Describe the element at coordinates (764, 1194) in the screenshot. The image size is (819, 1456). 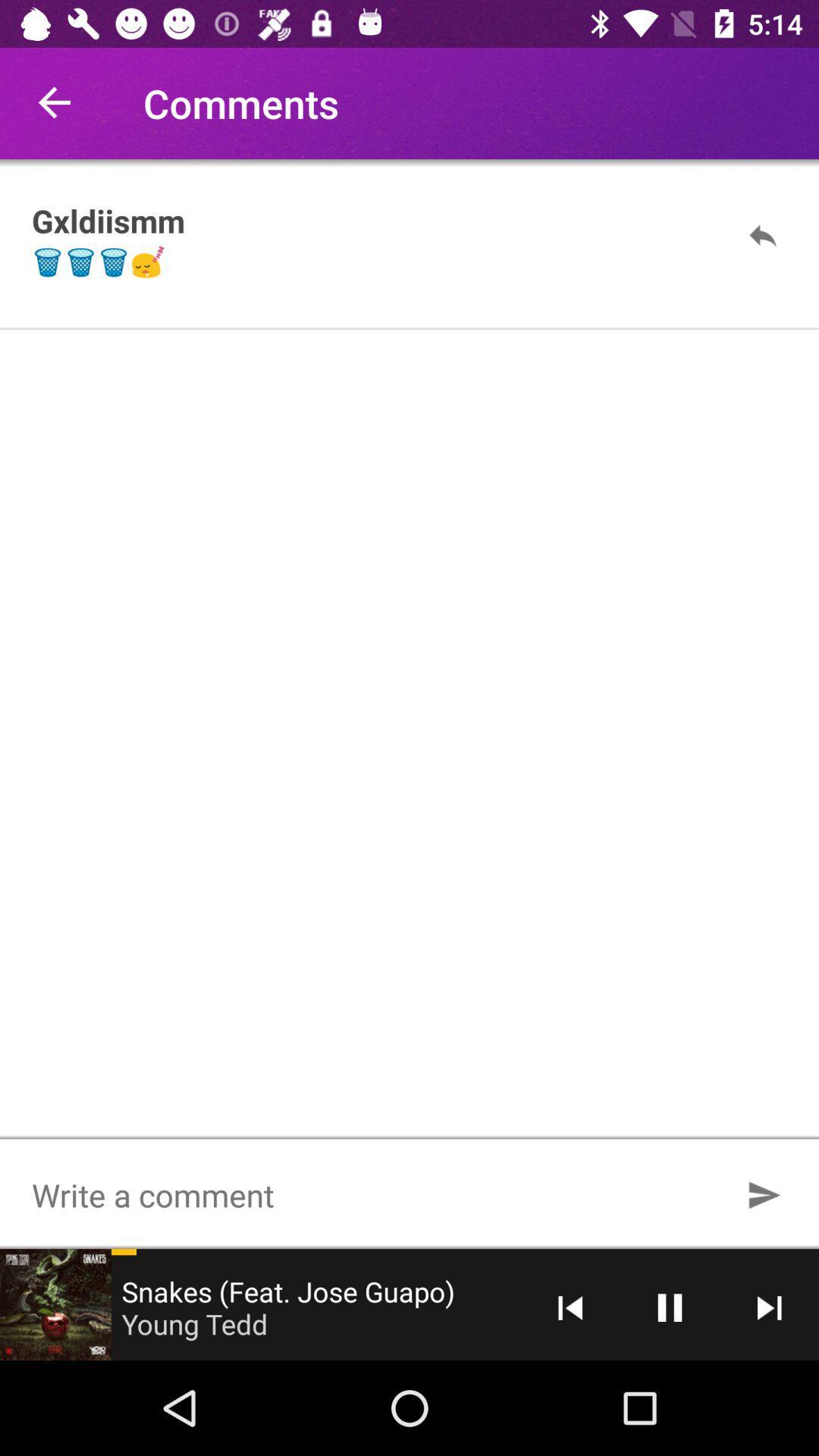
I see `the send icon` at that location.